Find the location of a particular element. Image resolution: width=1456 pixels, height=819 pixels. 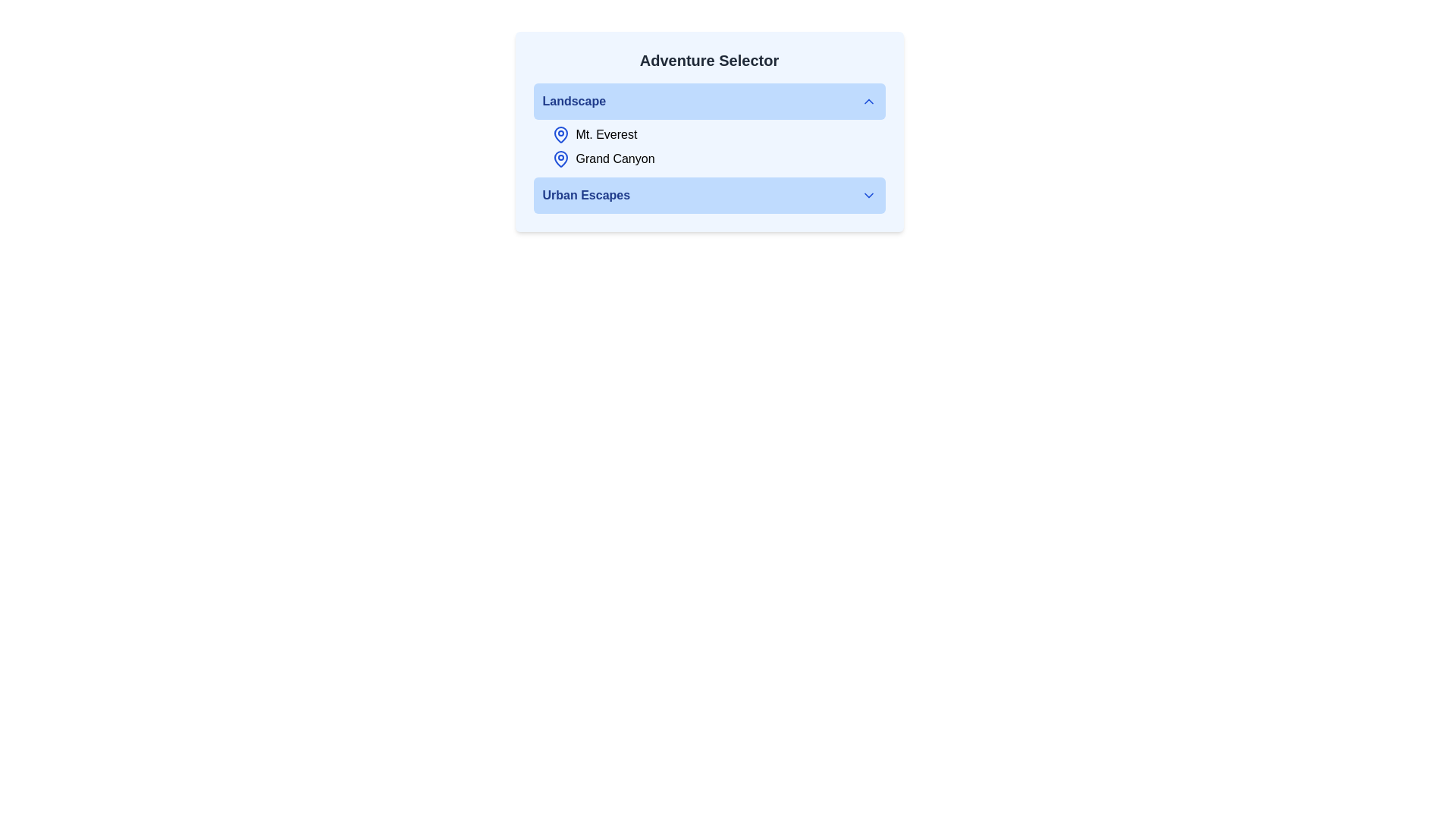

the first clickable list item for 'Mt. Everest' within the 'Landscape' category is located at coordinates (717, 133).